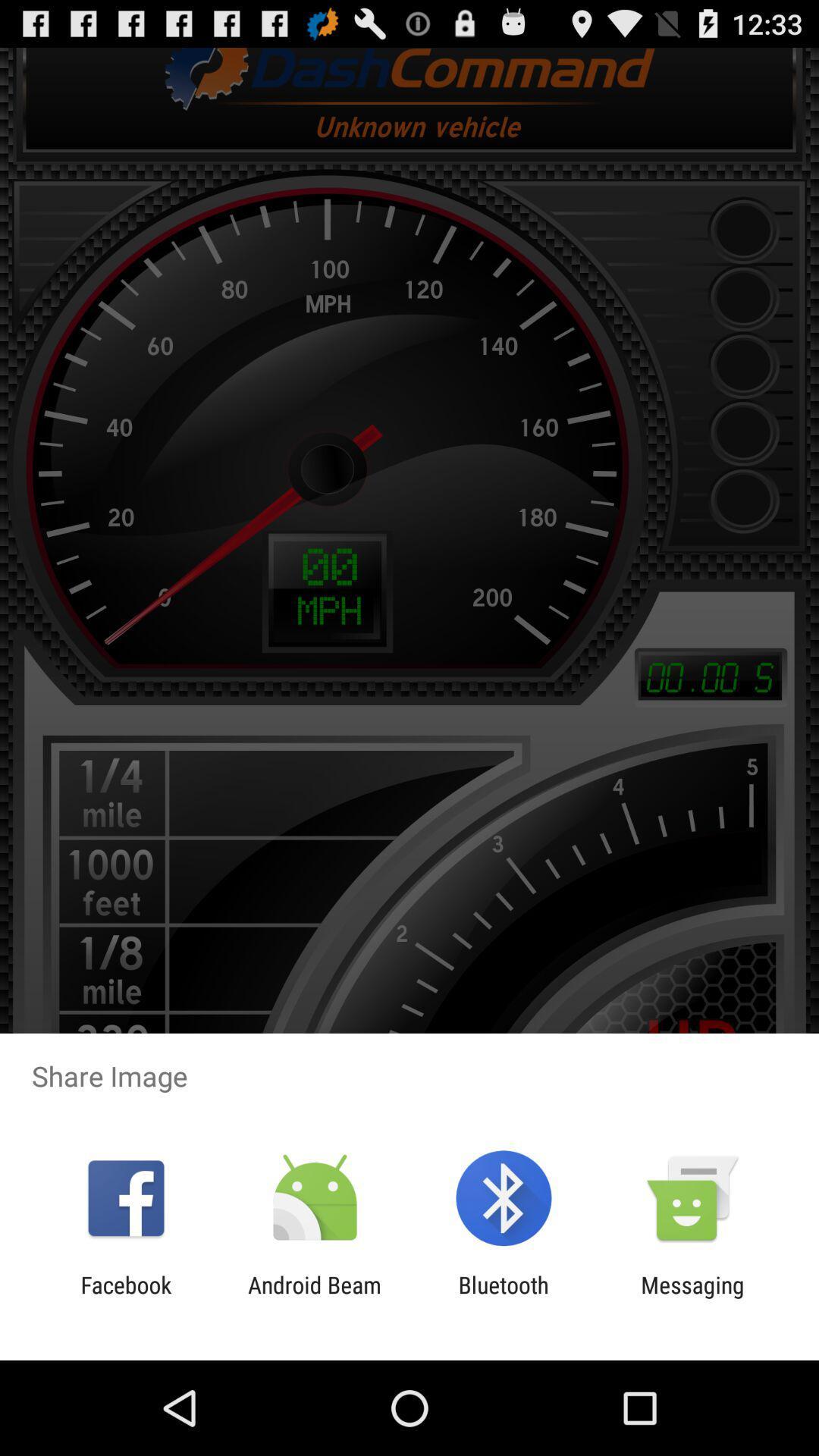 This screenshot has width=819, height=1456. I want to click on the app next to the facebook item, so click(314, 1298).